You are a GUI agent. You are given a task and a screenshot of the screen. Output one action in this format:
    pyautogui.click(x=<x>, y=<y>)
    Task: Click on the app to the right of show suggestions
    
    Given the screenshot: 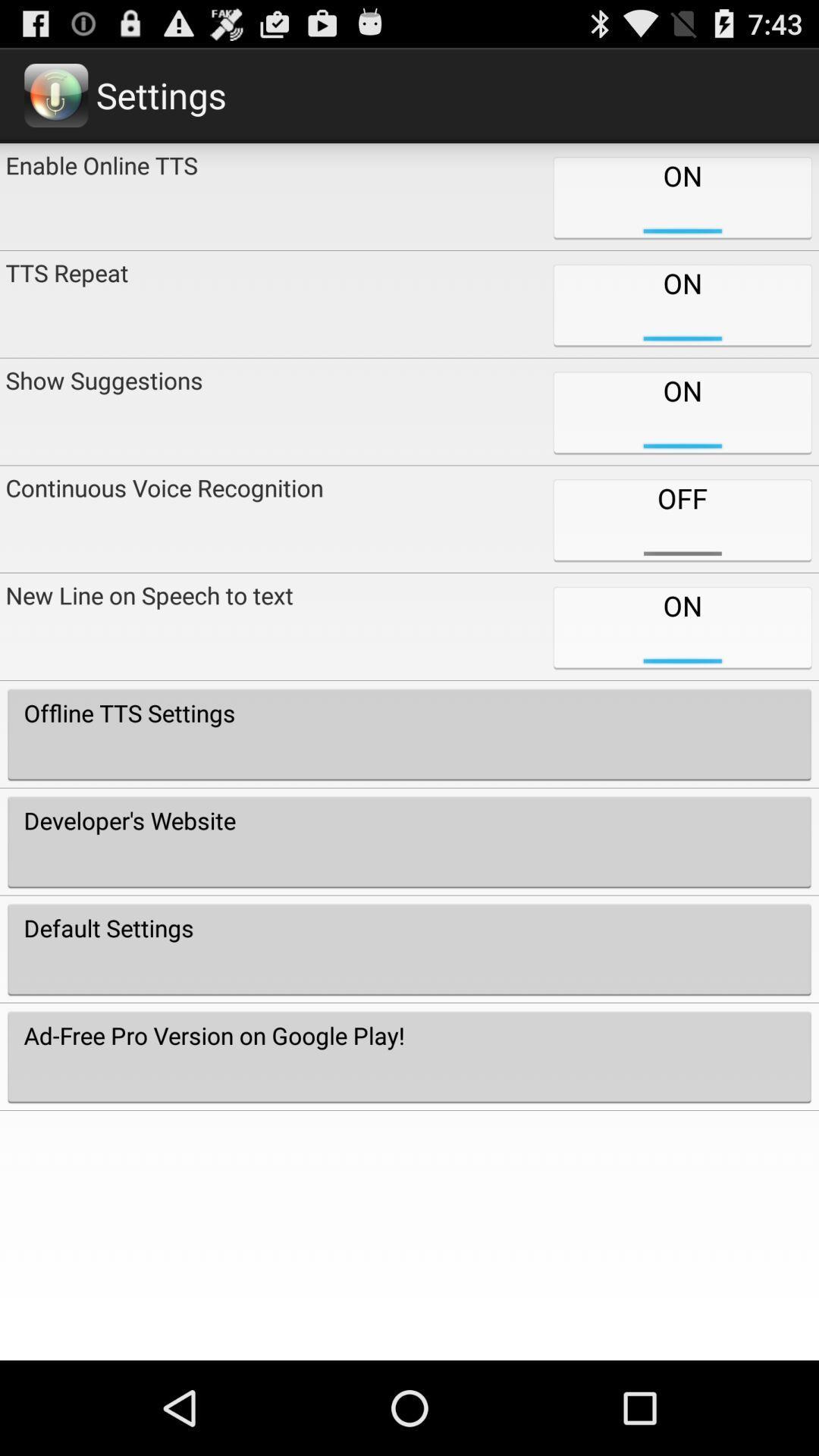 What is the action you would take?
    pyautogui.click(x=681, y=519)
    